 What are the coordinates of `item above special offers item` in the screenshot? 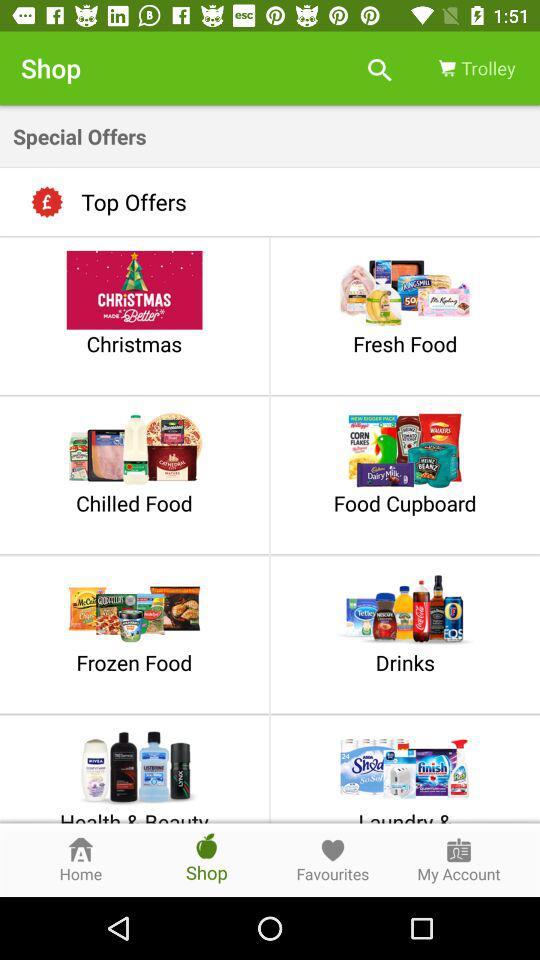 It's located at (474, 68).